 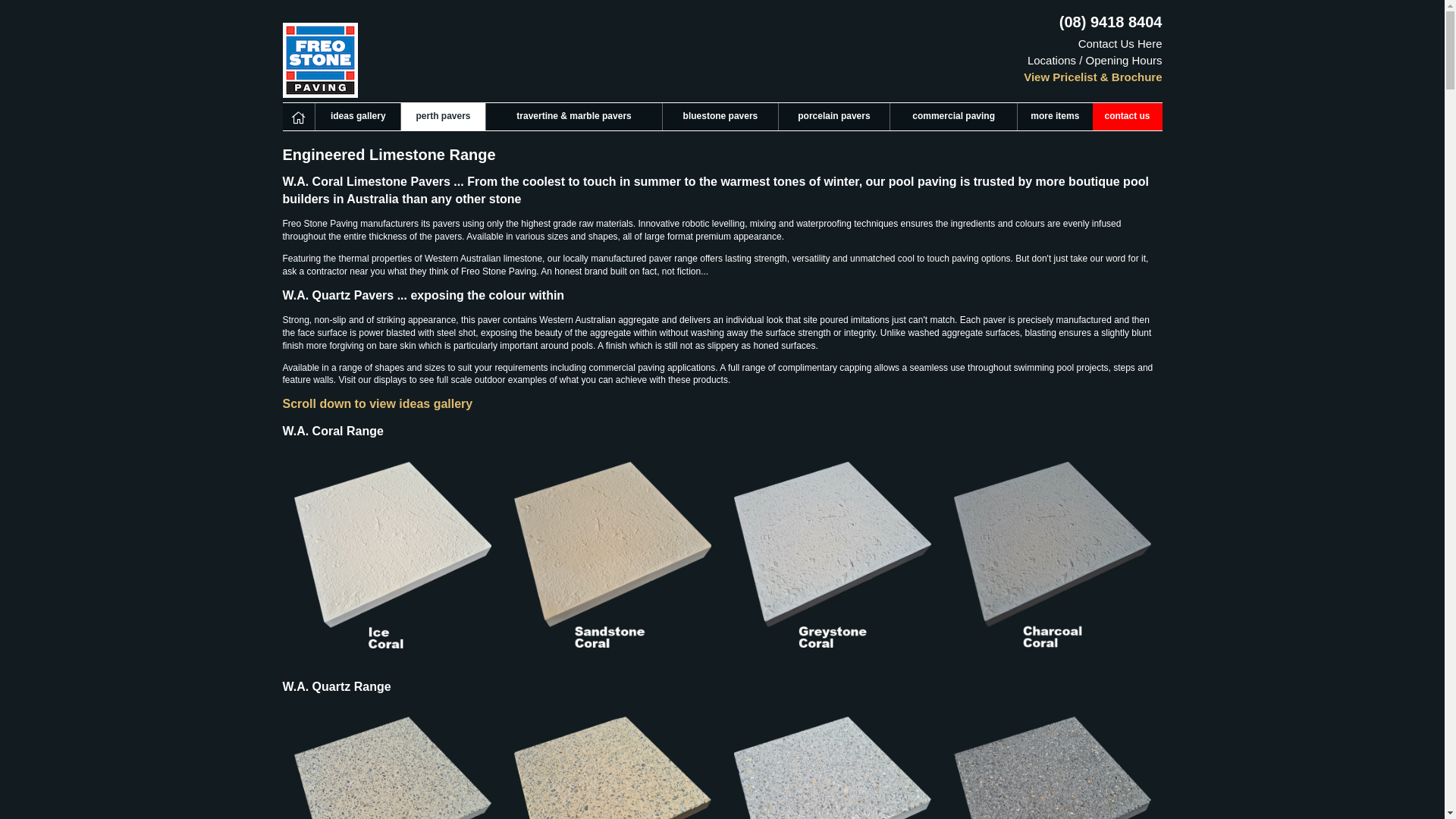 What do you see at coordinates (662, 116) in the screenshot?
I see `'bluestone pavers'` at bounding box center [662, 116].